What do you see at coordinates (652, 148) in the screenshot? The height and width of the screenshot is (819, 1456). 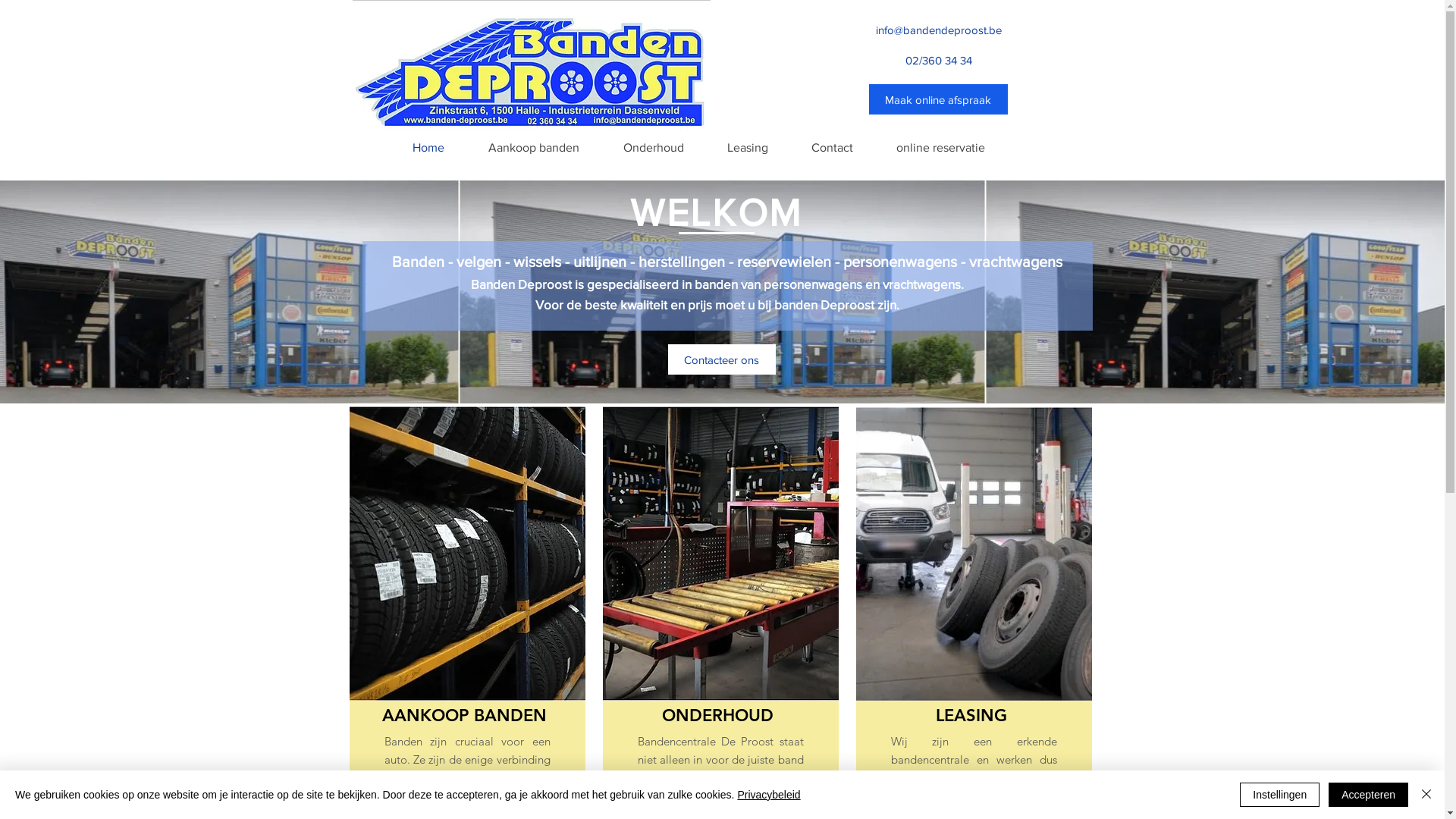 I see `'Onderhoud'` at bounding box center [652, 148].